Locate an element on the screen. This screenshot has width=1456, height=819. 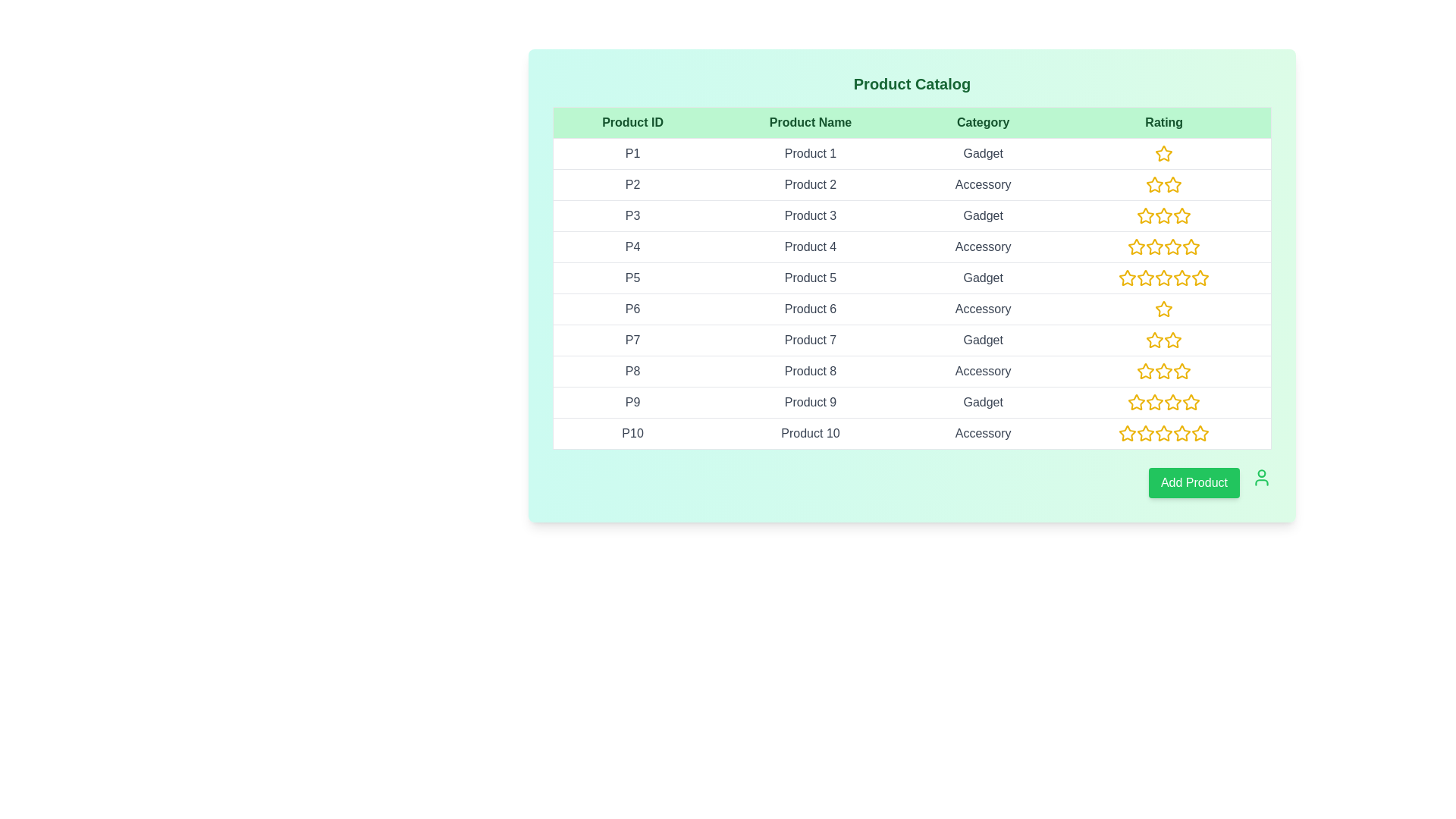
the table header Product ID to sort the table by that column is located at coordinates (632, 122).